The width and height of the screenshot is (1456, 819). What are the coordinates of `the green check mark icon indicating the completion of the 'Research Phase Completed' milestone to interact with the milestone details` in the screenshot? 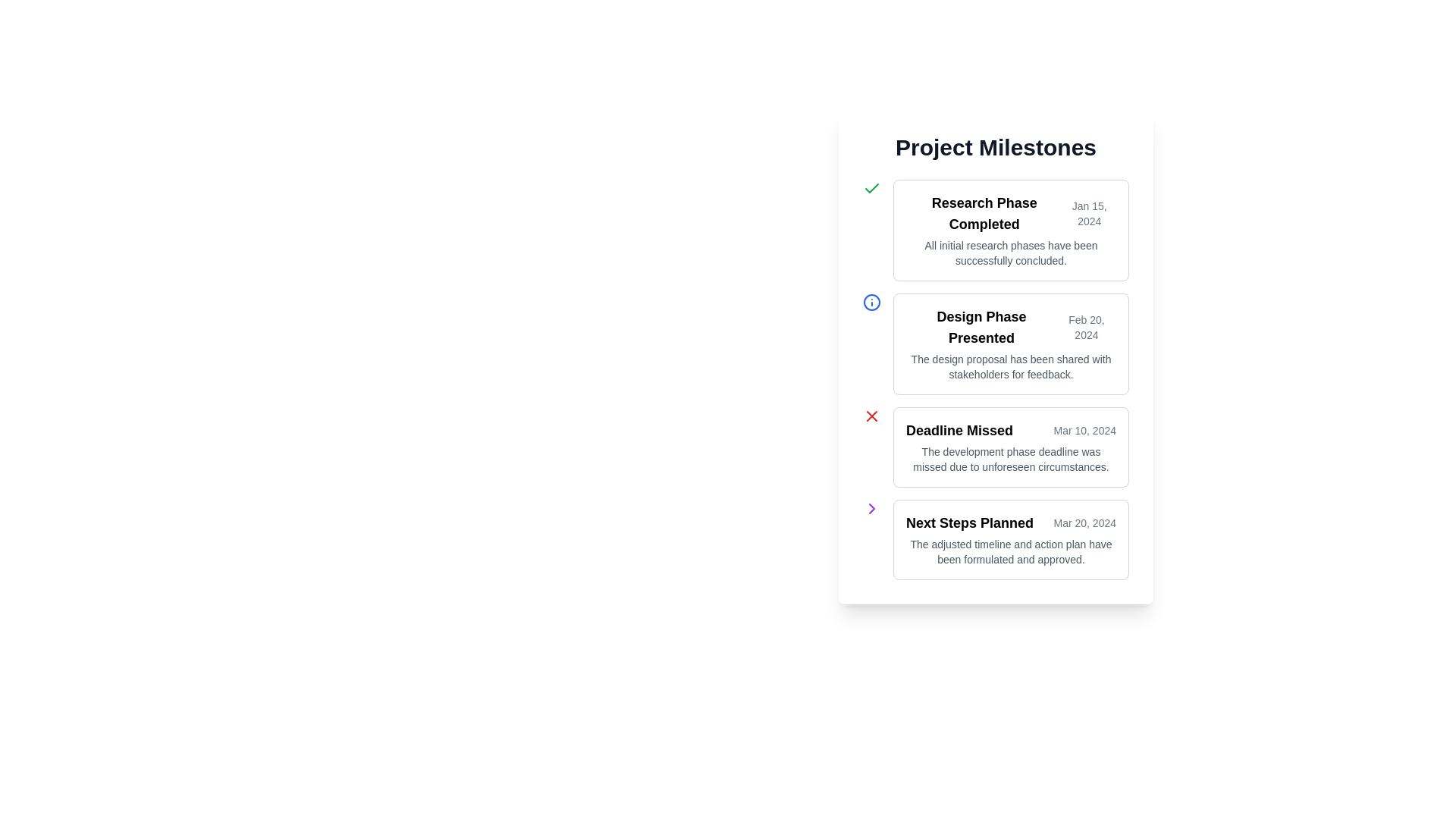 It's located at (872, 188).